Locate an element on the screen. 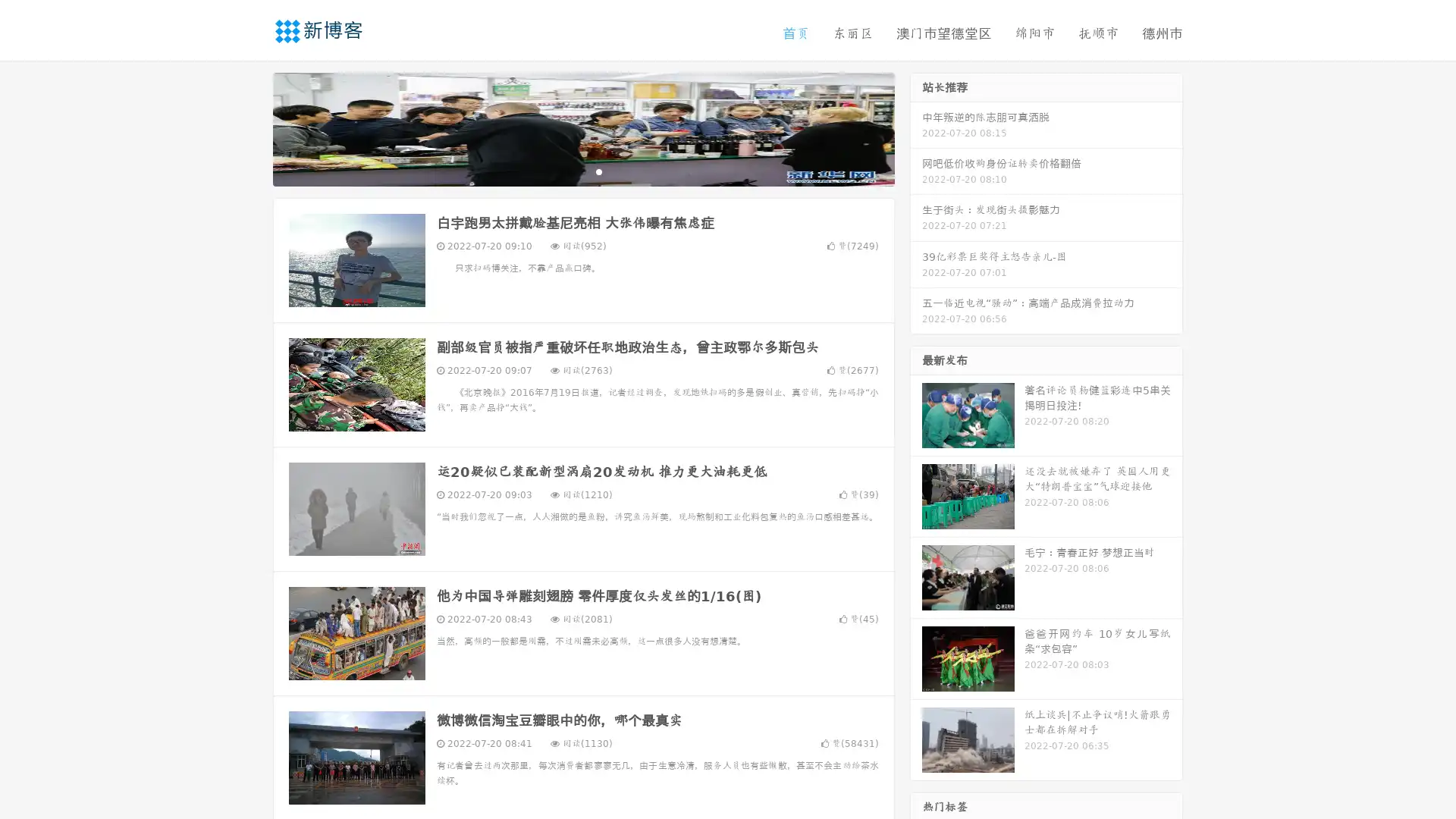 The height and width of the screenshot is (819, 1456). Go to slide 3 is located at coordinates (598, 171).